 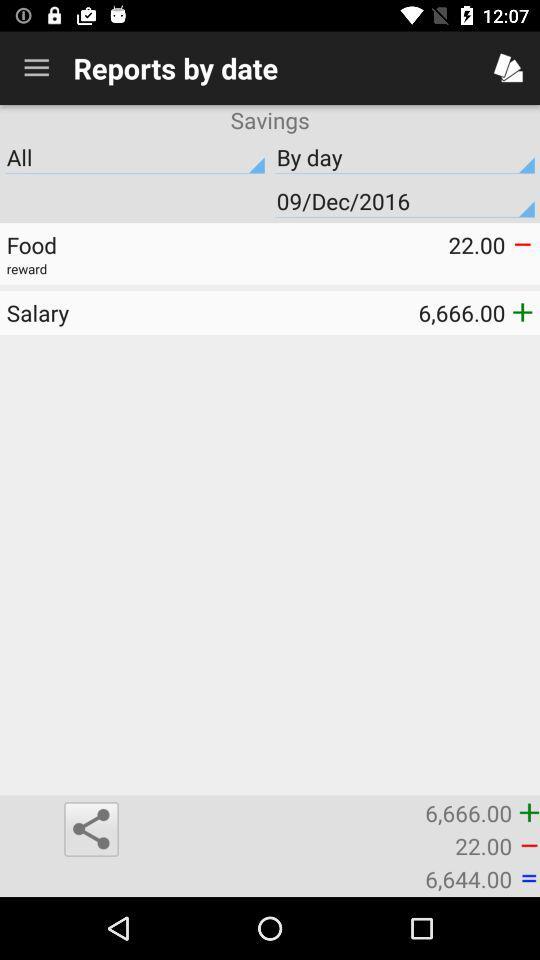 What do you see at coordinates (137, 244) in the screenshot?
I see `food icon` at bounding box center [137, 244].